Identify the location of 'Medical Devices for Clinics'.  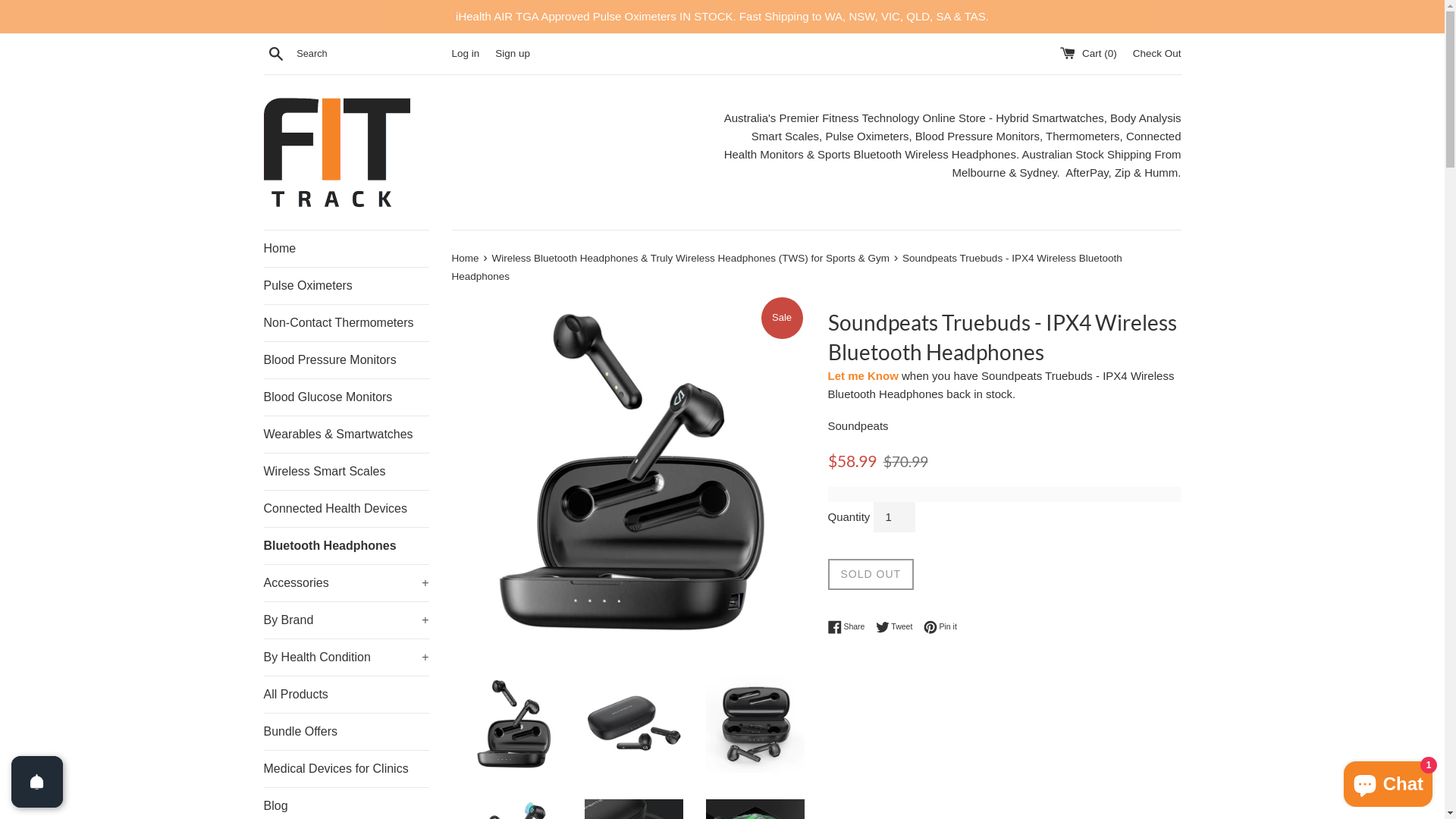
(345, 769).